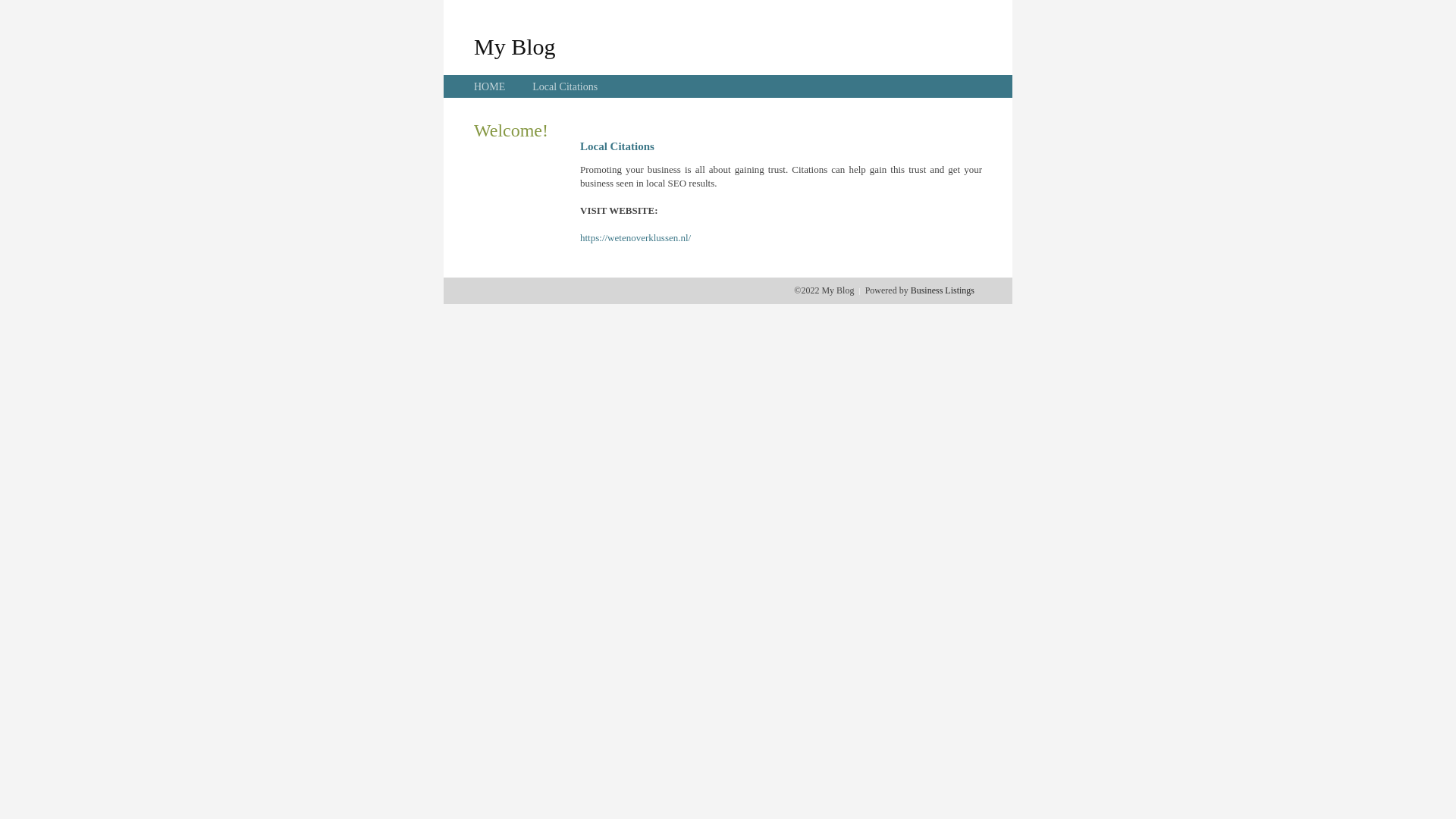 This screenshot has height=819, width=1456. What do you see at coordinates (635, 237) in the screenshot?
I see `'https://wetenoverklussen.nl/'` at bounding box center [635, 237].